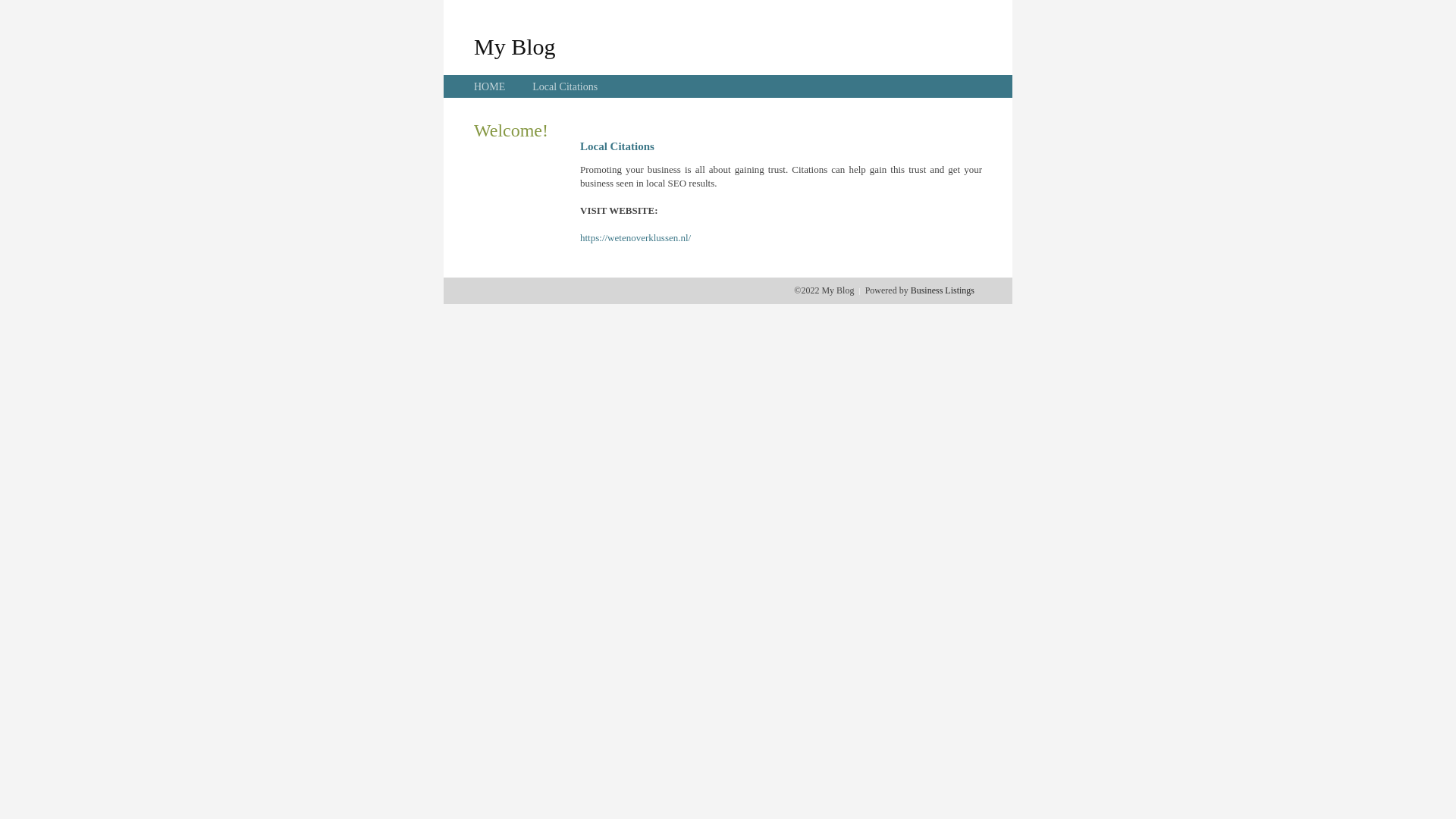 This screenshot has height=819, width=1456. What do you see at coordinates (635, 237) in the screenshot?
I see `'https://wetenoverklussen.nl/'` at bounding box center [635, 237].